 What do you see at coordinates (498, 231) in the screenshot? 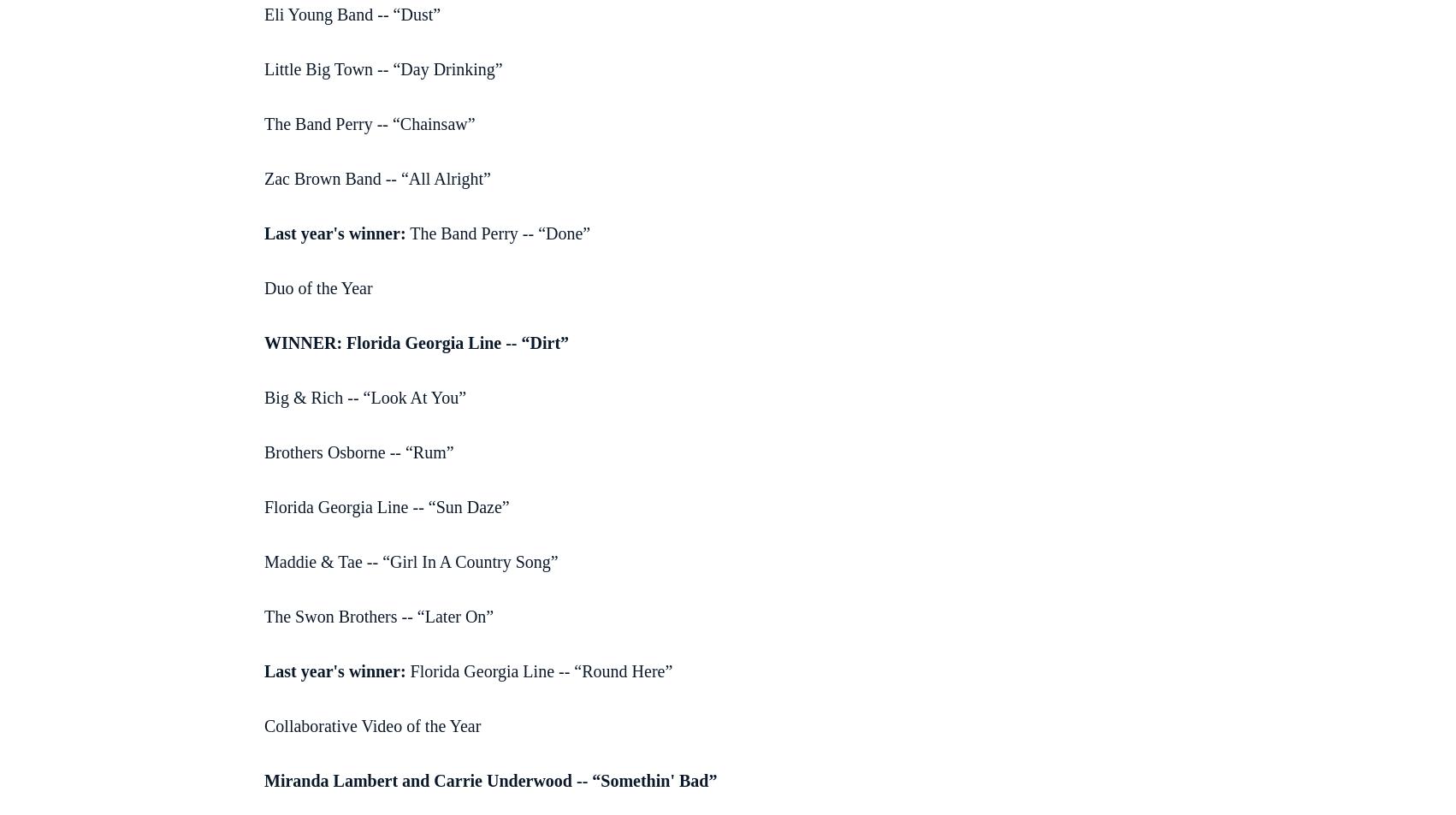
I see `'The Band Perry -- “Done”'` at bounding box center [498, 231].